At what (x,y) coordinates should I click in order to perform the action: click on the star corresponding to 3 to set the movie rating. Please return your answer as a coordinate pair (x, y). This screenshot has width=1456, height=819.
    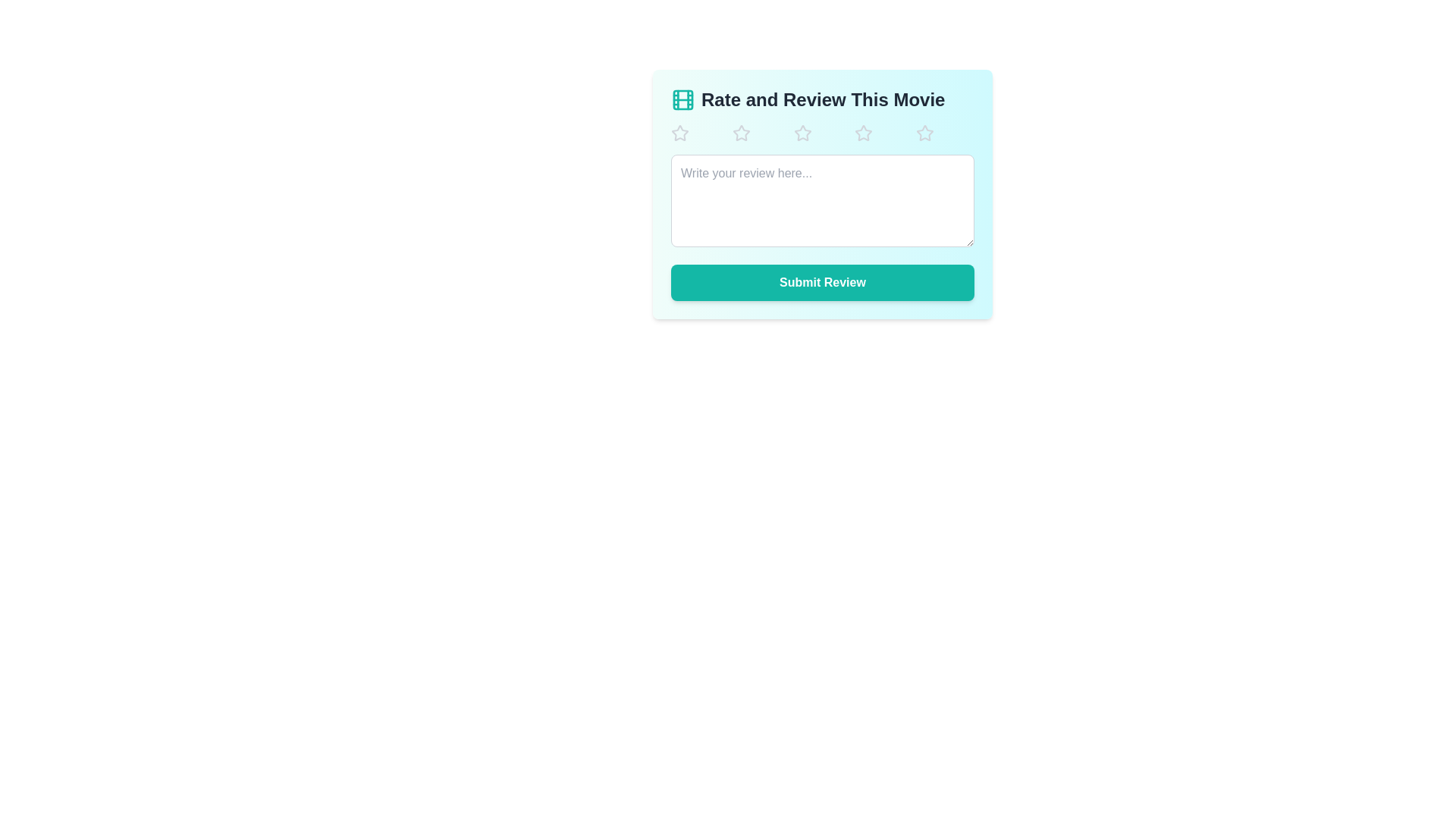
    Looking at the image, I should click on (821, 133).